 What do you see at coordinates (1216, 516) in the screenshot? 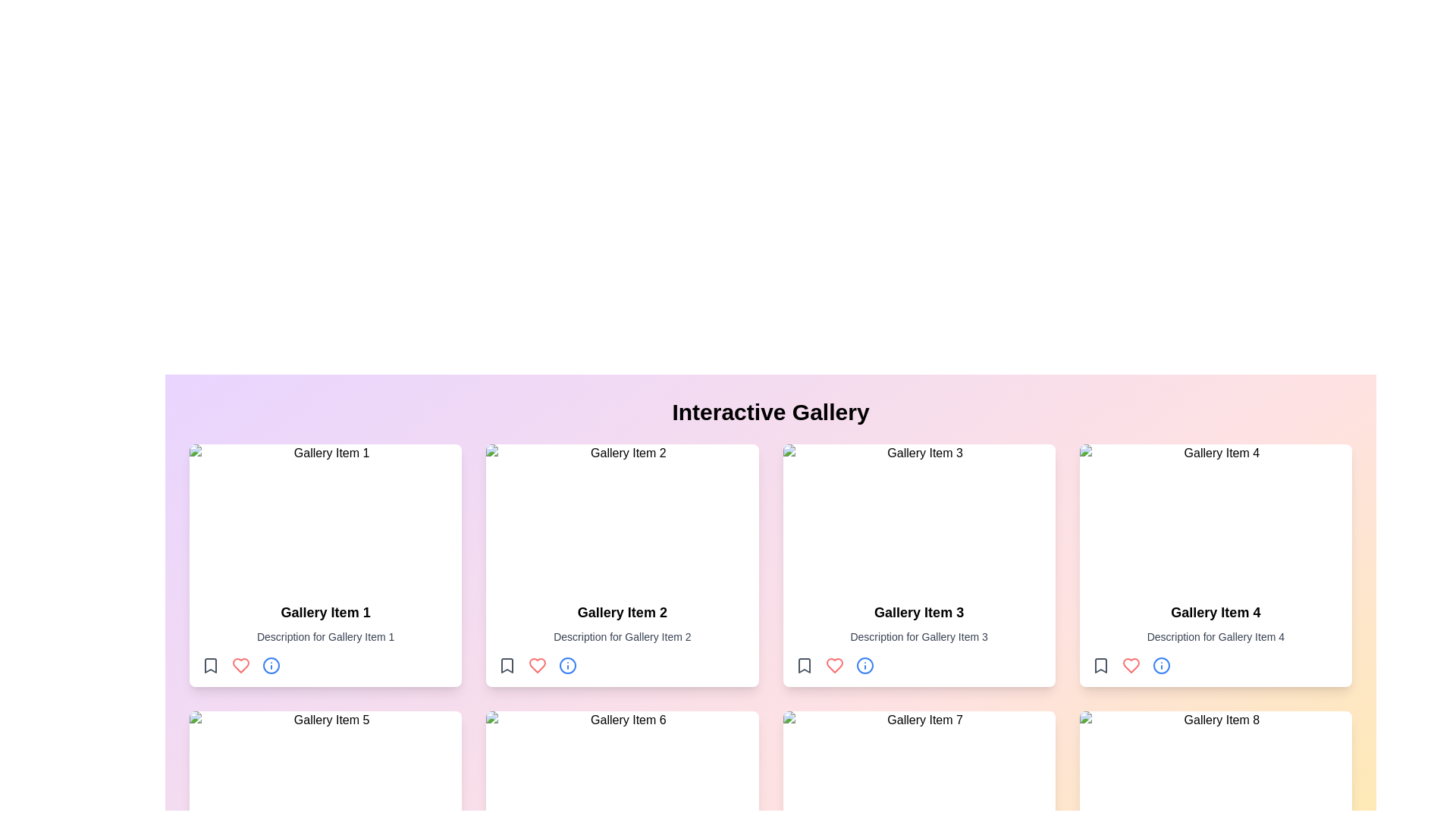
I see `the thumbnail image representing 'Gallery Item 4'` at bounding box center [1216, 516].